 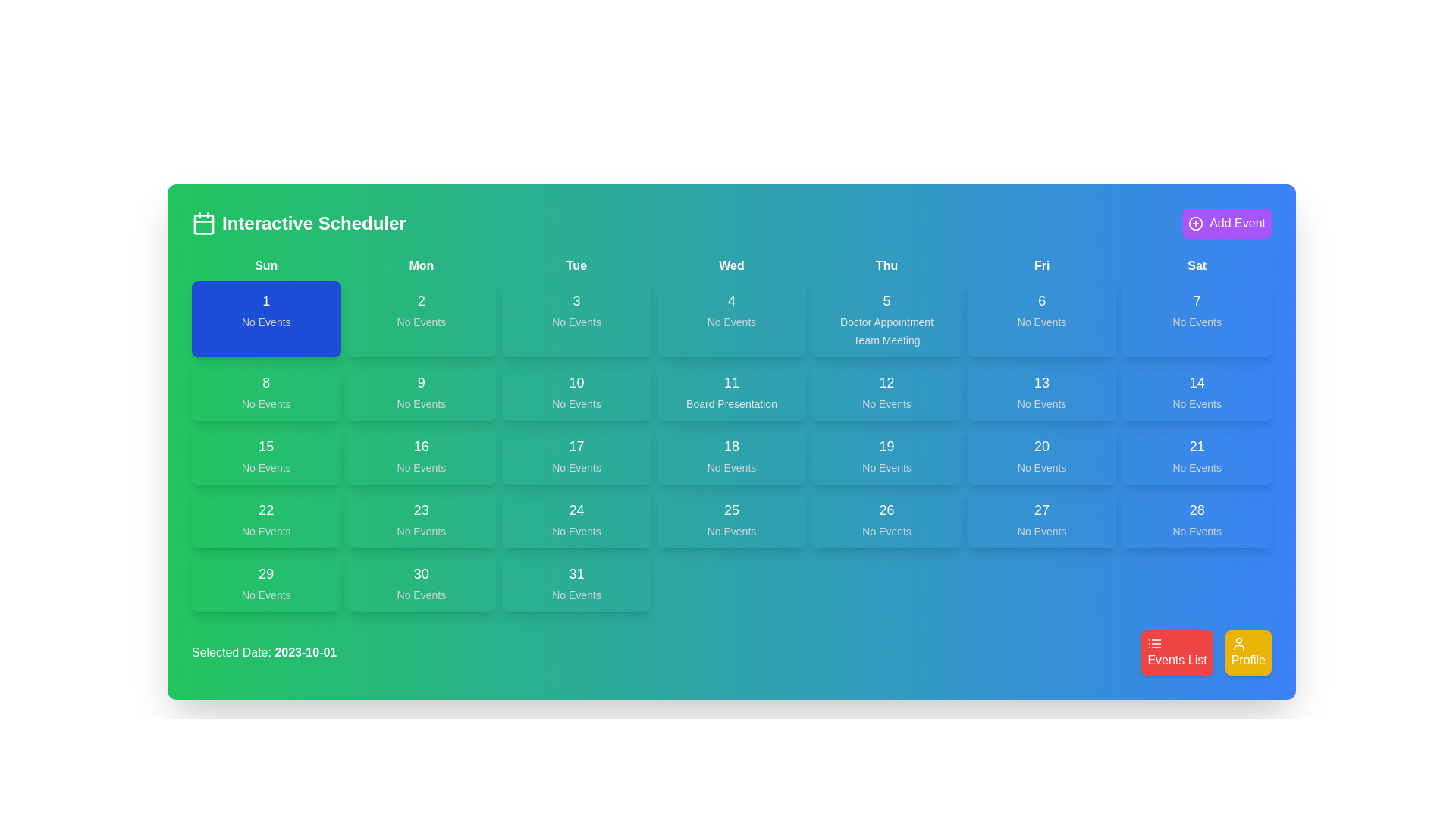 What do you see at coordinates (886, 403) in the screenshot?
I see `the 'No Events' text label located at the bottom of the card labeled '12' in the fourth column of the weekly calendar grid under the header 'Thu'` at bounding box center [886, 403].